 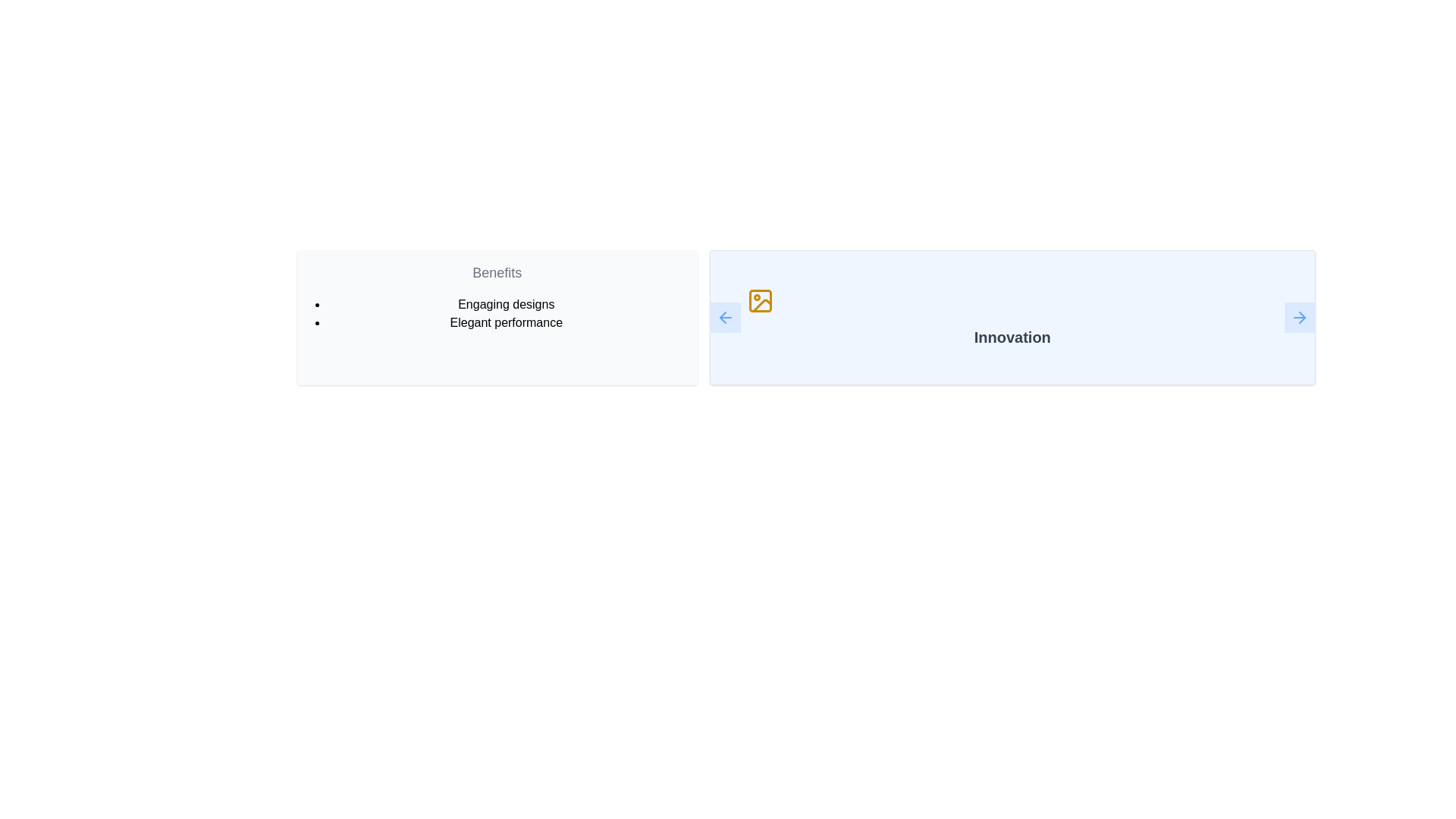 I want to click on text content of the bulleted list containing 'Engaging designs' and 'Elegant performance' located in the 'Benefits' section, so click(x=497, y=312).